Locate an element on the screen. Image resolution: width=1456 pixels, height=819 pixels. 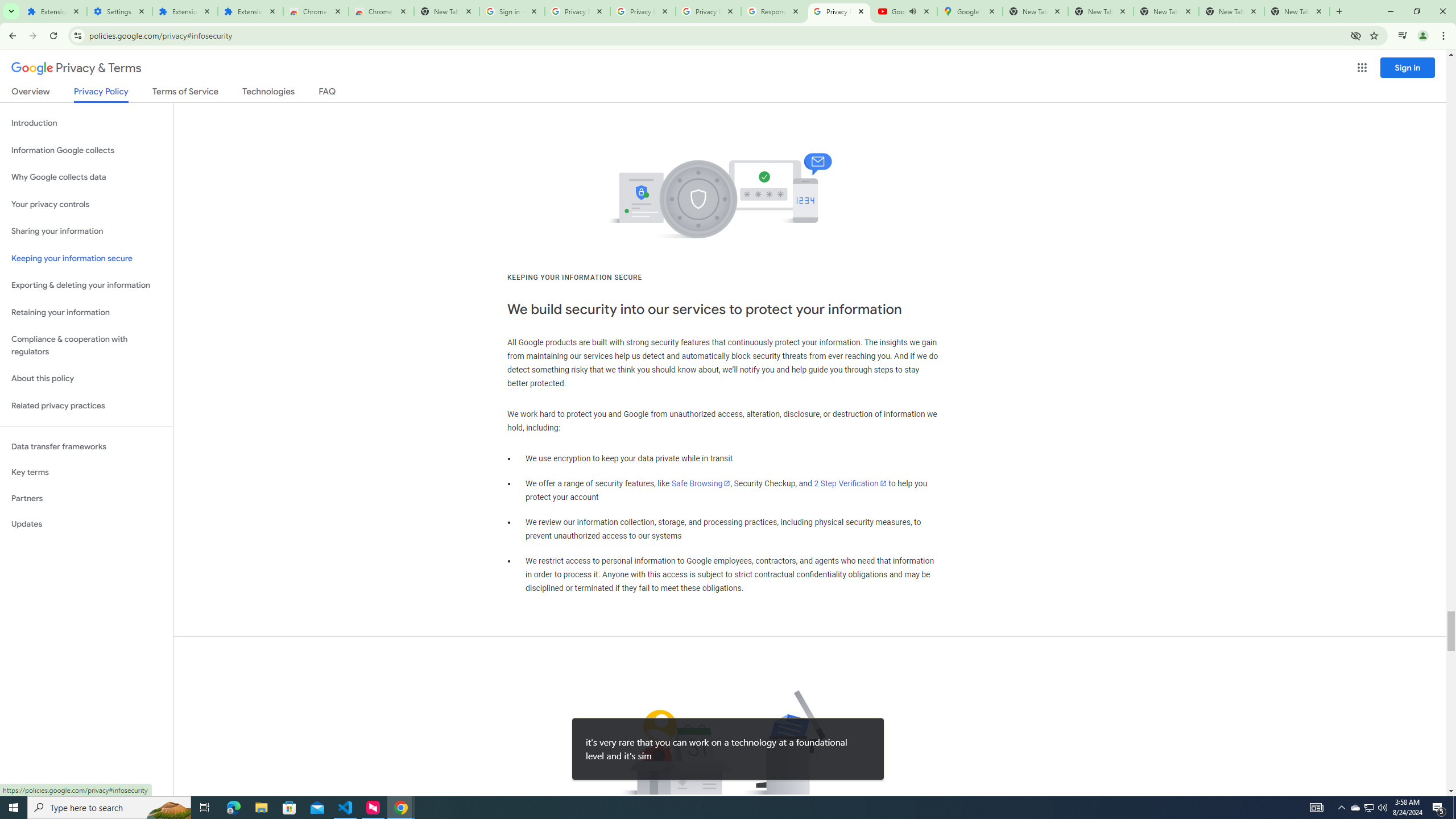
'Information Google collects' is located at coordinates (86, 150).